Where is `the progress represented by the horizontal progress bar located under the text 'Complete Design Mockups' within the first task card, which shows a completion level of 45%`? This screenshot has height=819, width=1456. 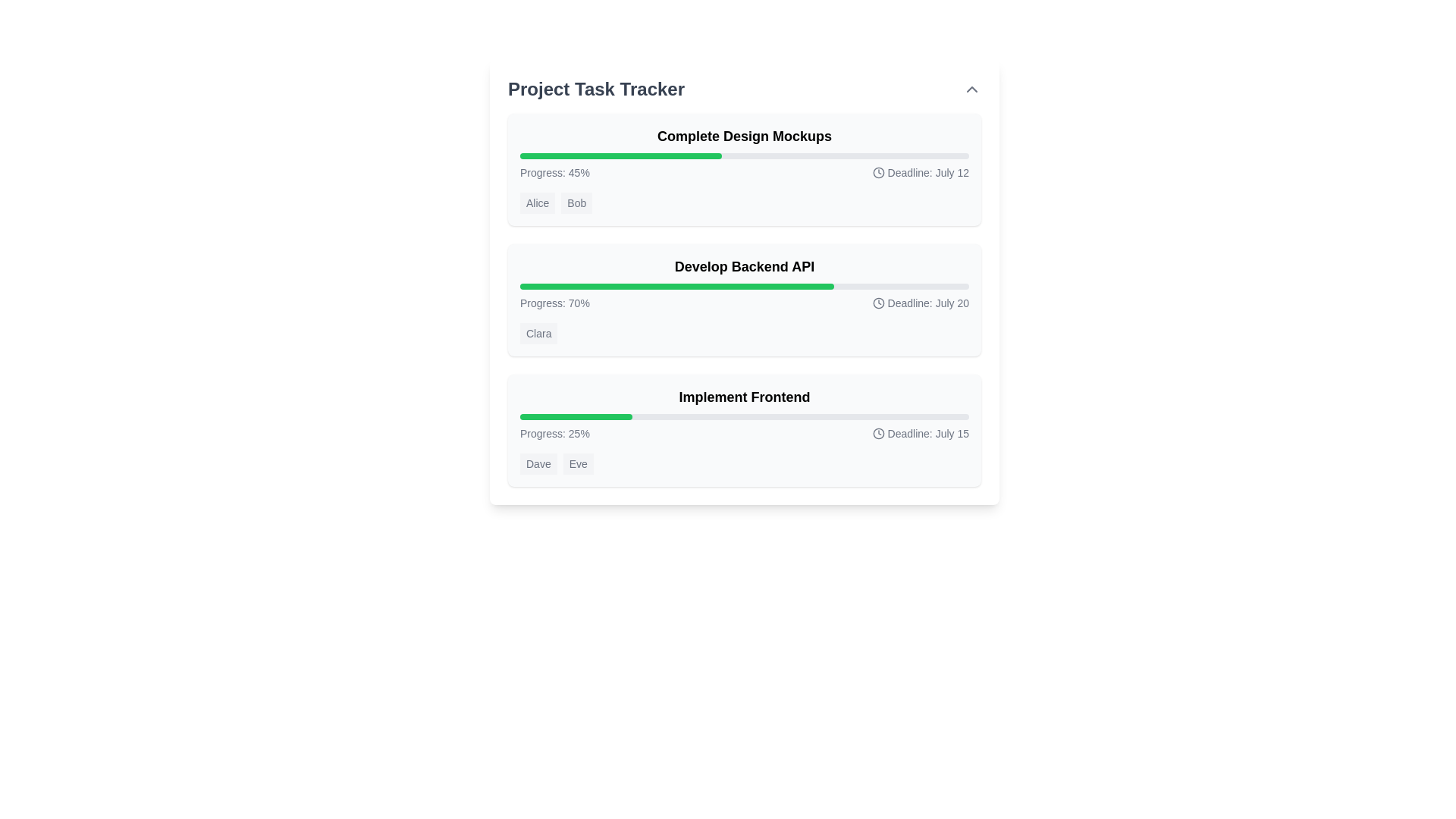
the progress represented by the horizontal progress bar located under the text 'Complete Design Mockups' within the first task card, which shows a completion level of 45% is located at coordinates (745, 155).